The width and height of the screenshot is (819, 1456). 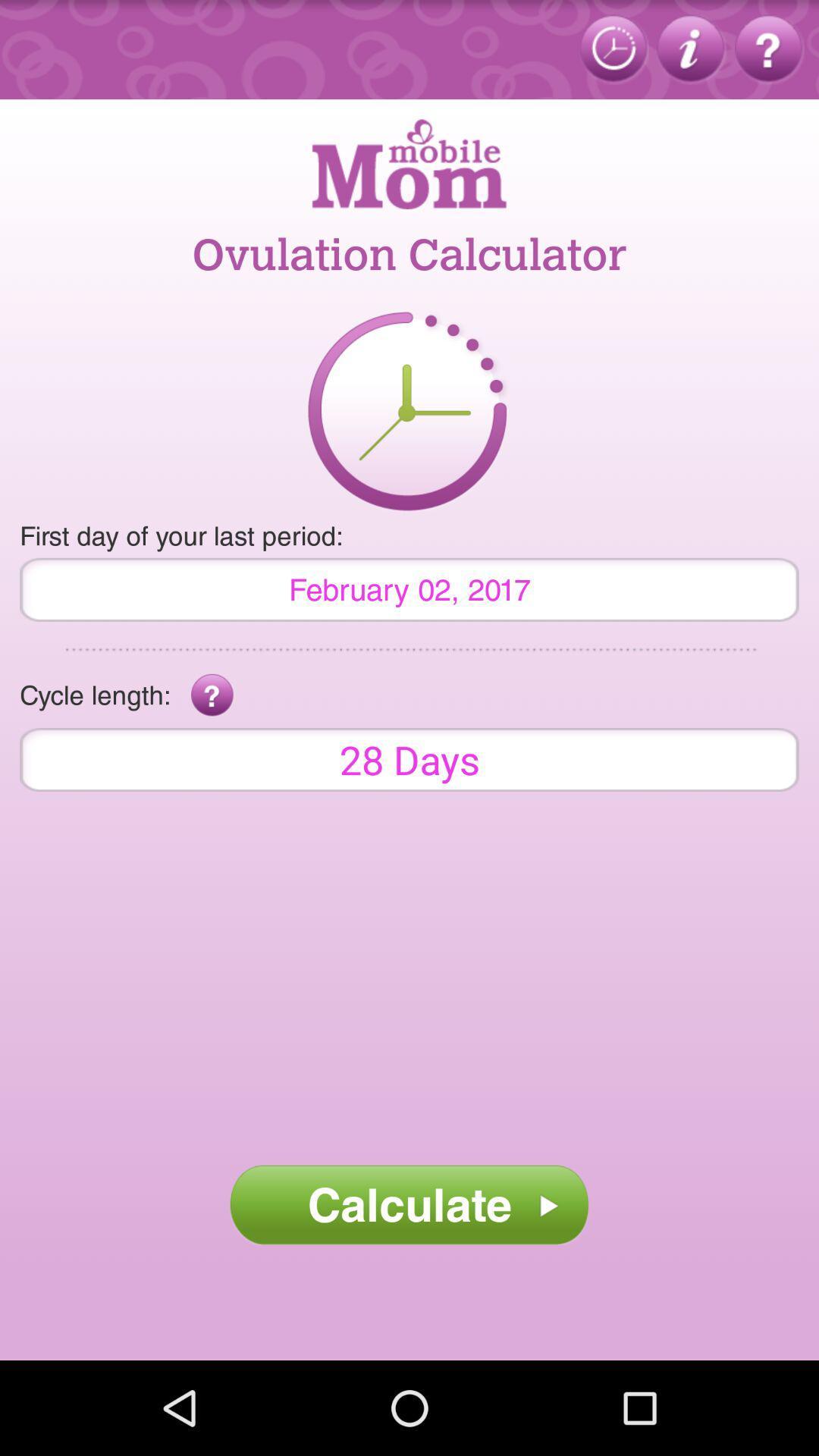 I want to click on item below the first day of item, so click(x=409, y=588).